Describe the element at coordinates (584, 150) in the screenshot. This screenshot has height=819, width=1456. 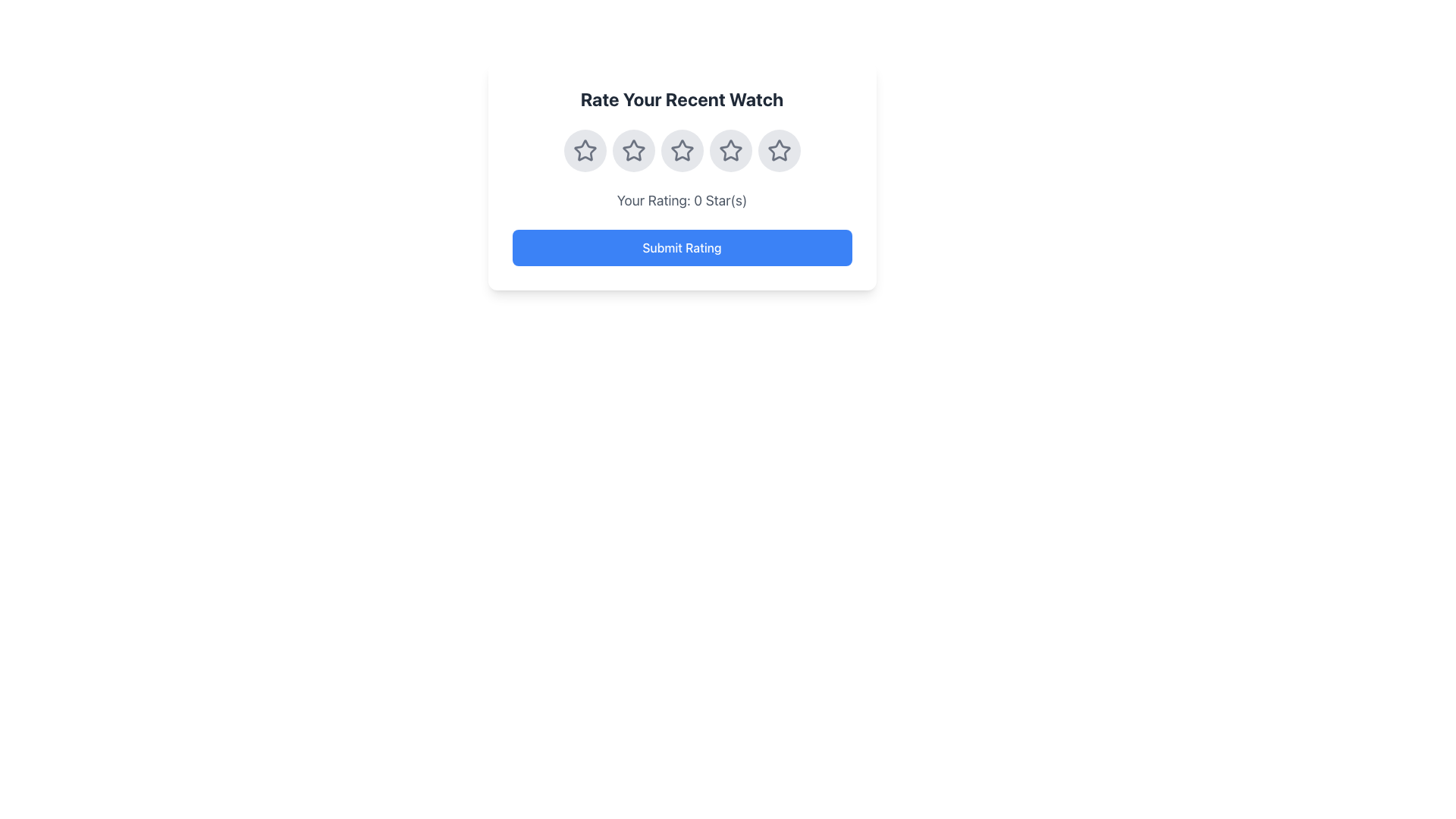
I see `the first star icon in the rating system` at that location.